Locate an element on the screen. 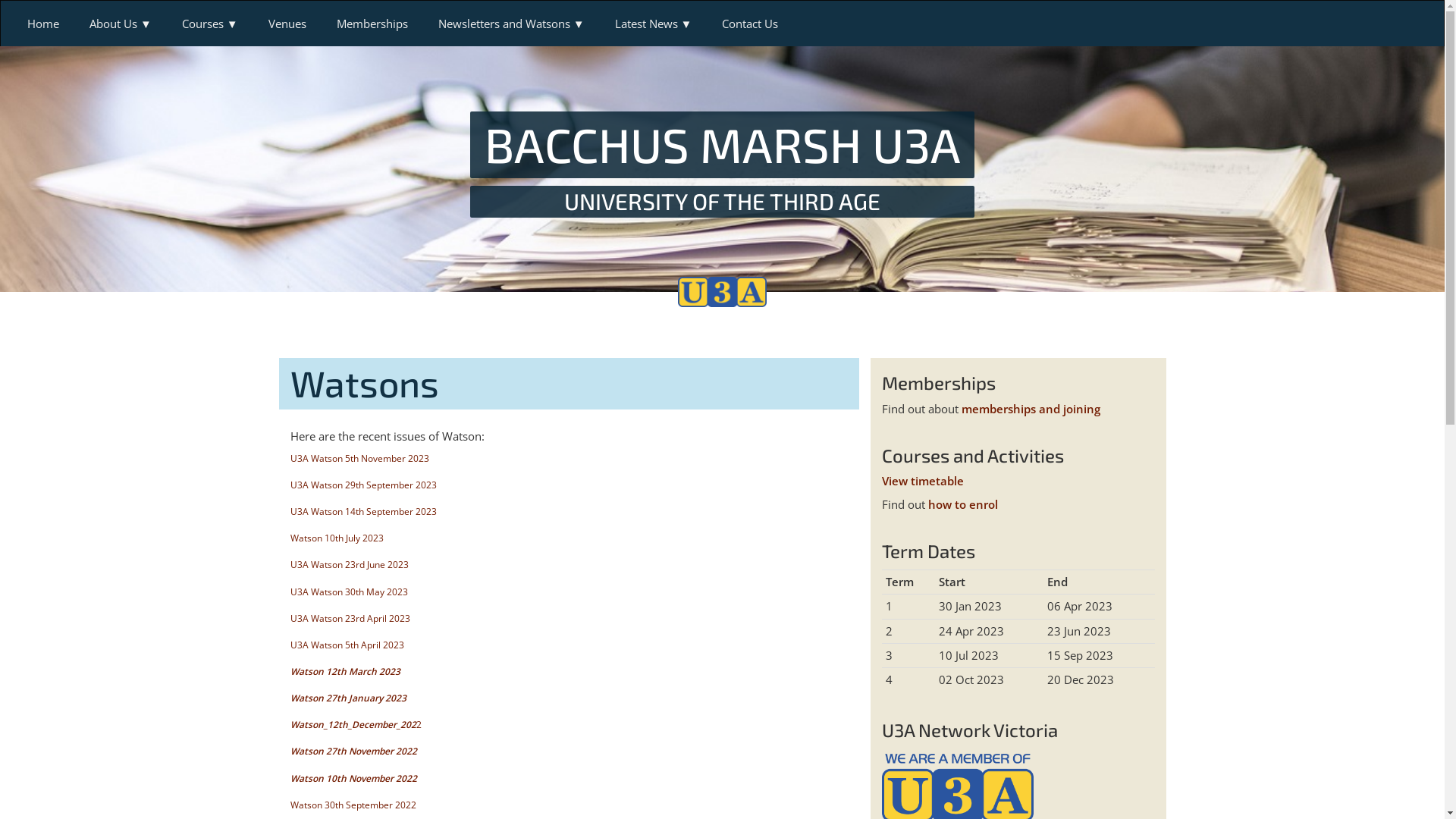 The image size is (1456, 819). 'Courses' is located at coordinates (209, 23).